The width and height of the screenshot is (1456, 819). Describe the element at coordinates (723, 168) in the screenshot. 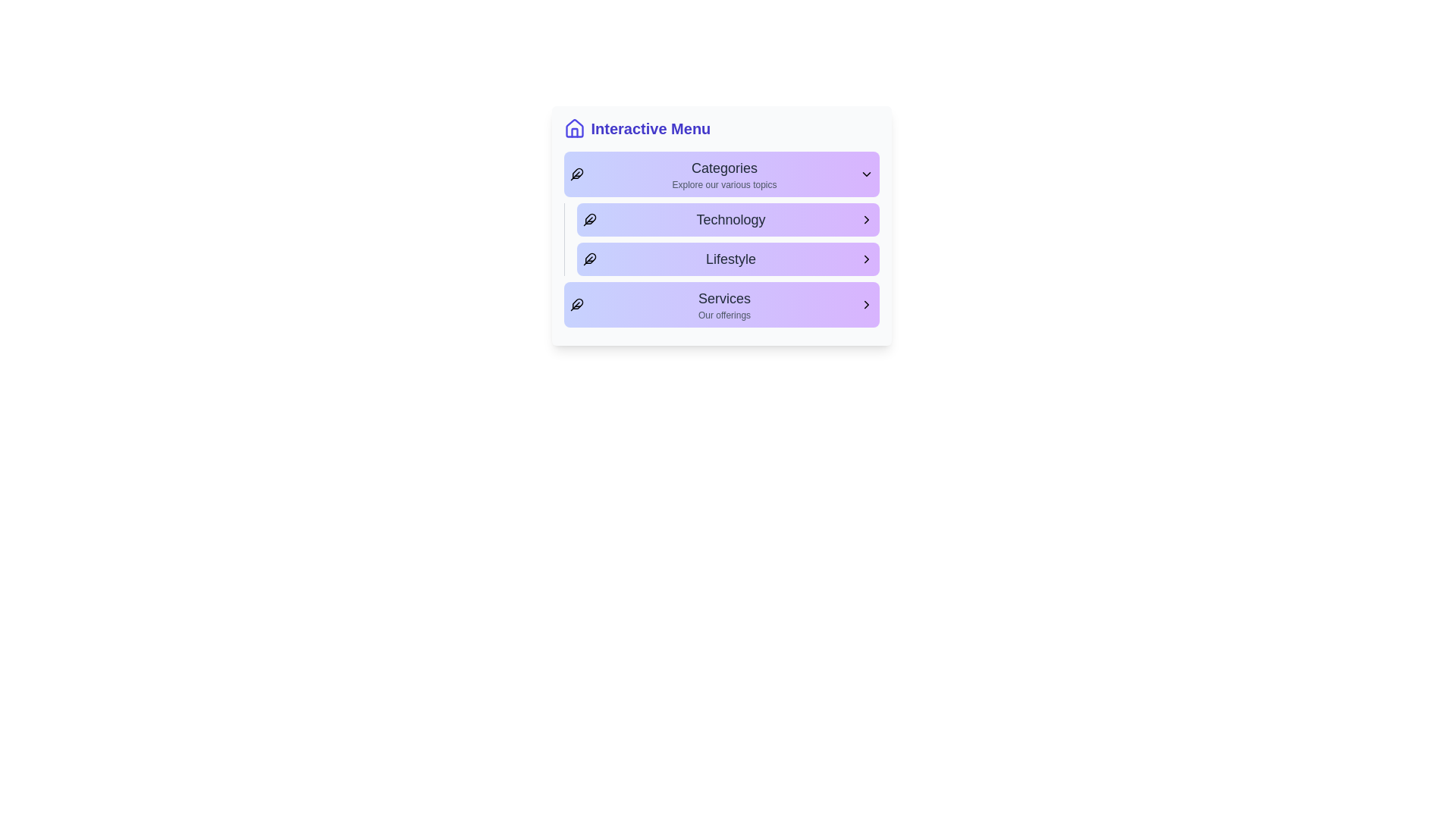

I see `the Text Label that serves as the title for the 'Categories' section, which is located above the subtitle 'Explore our various topics'` at that location.